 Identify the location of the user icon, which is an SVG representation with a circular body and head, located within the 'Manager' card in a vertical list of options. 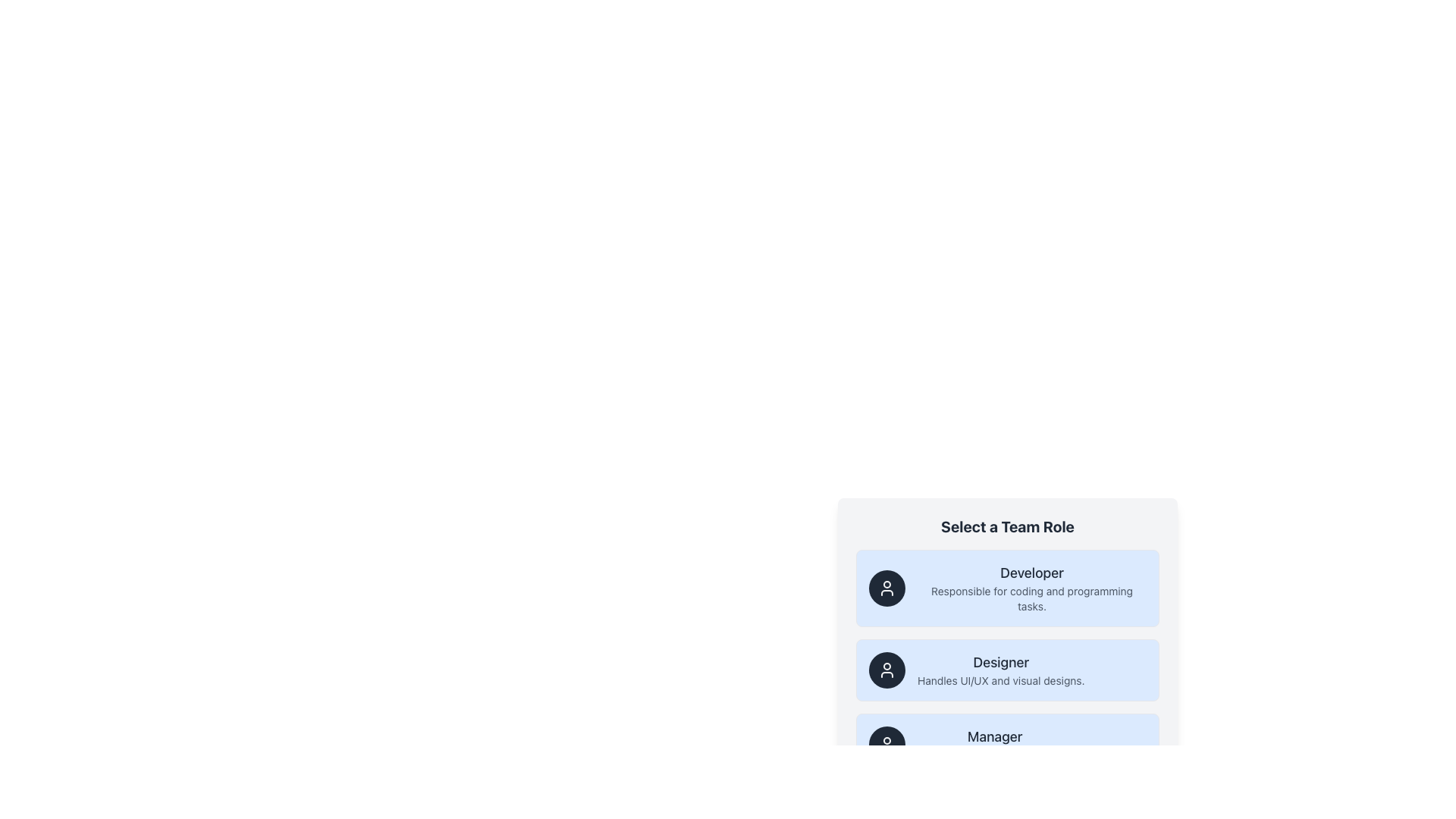
(887, 744).